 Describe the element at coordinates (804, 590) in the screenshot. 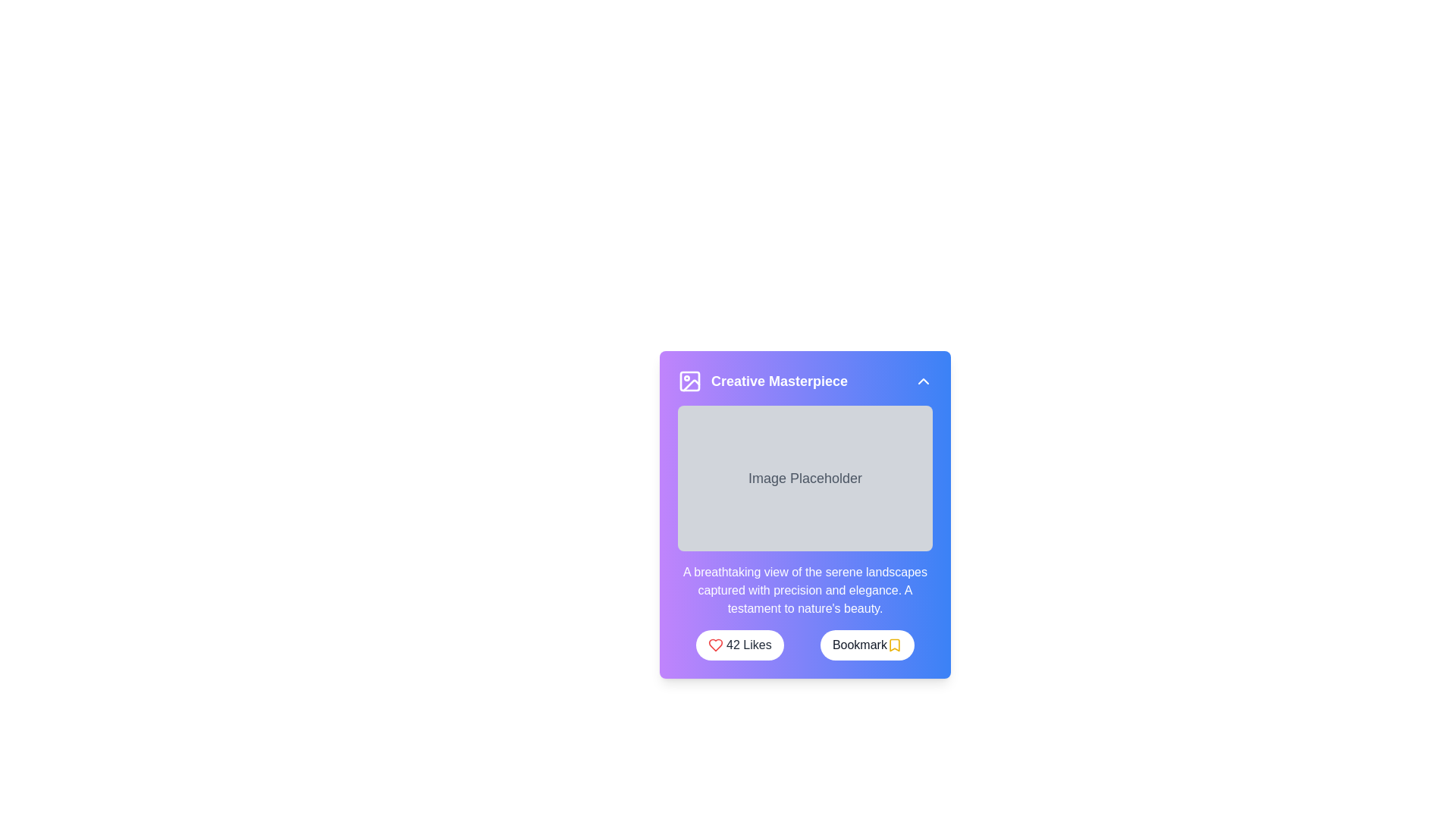

I see `the Text Block that provides a descriptive caption or summary about the content, located centrally within the card design beneath the Image Placeholder` at that location.